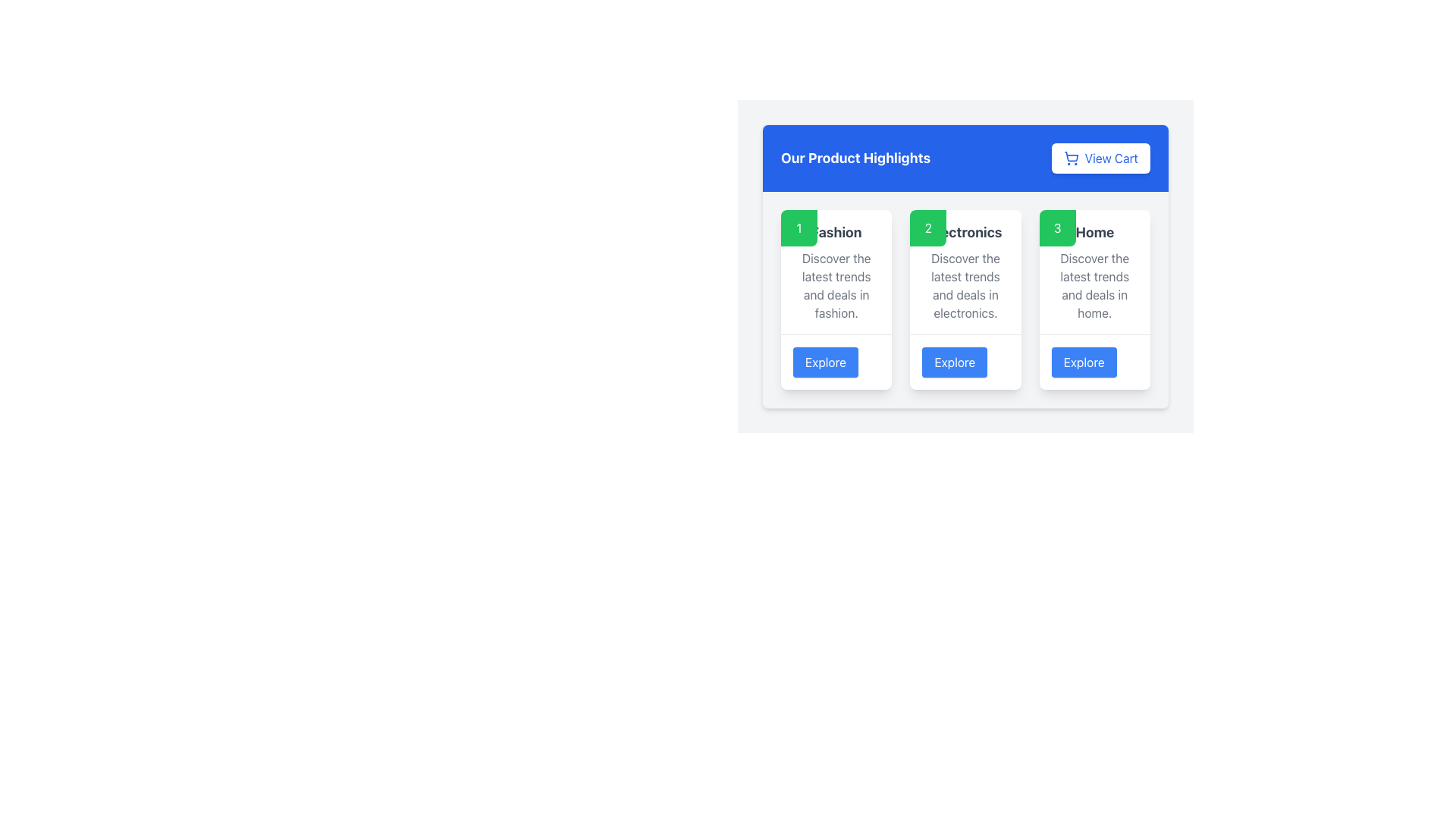 The width and height of the screenshot is (1456, 819). I want to click on the keyboard on the 'Explore' button with blue background and white text, located at the bottom of the first card, so click(825, 362).